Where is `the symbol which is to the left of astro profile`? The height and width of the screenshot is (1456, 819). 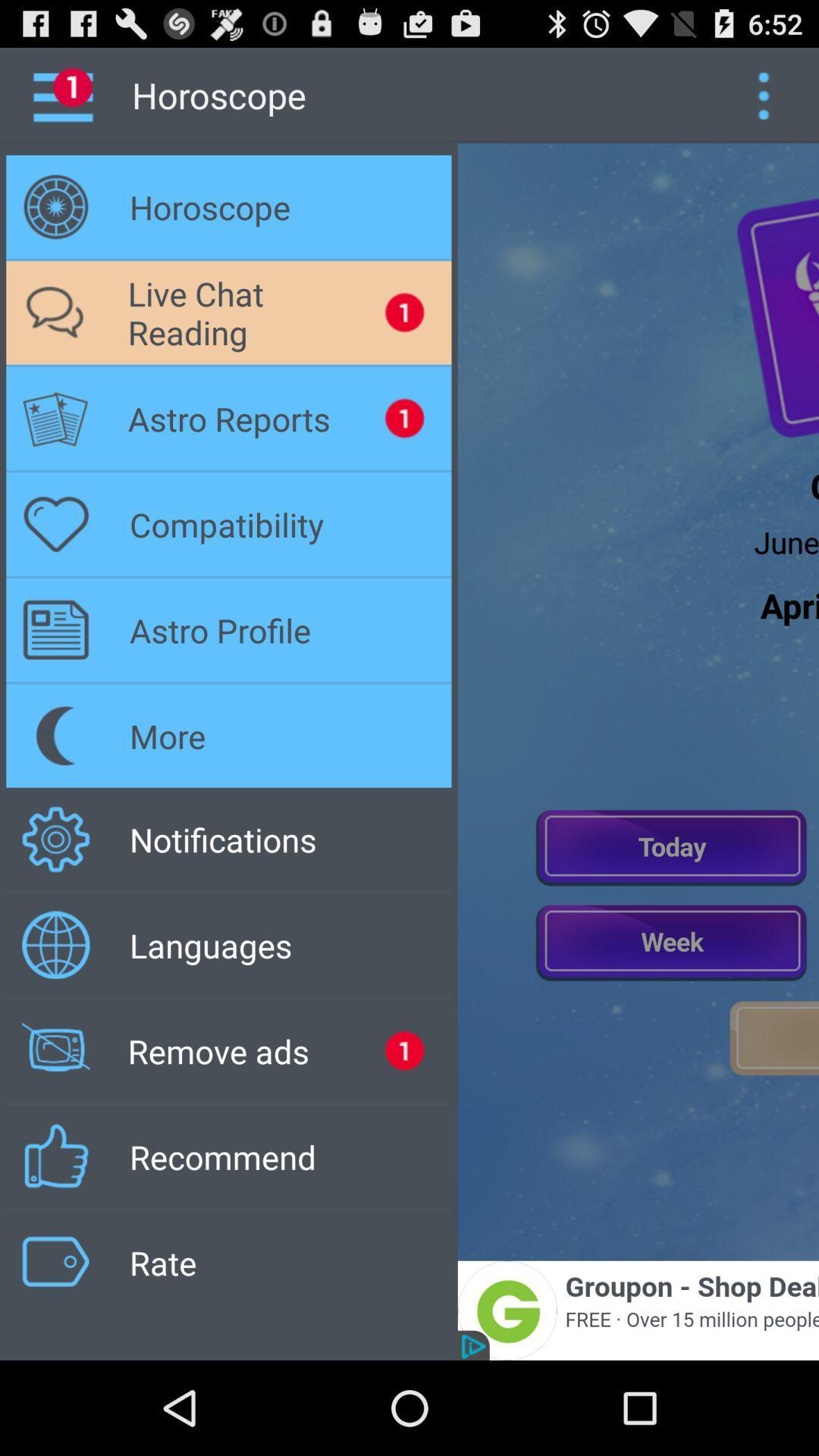 the symbol which is to the left of astro profile is located at coordinates (55, 629).